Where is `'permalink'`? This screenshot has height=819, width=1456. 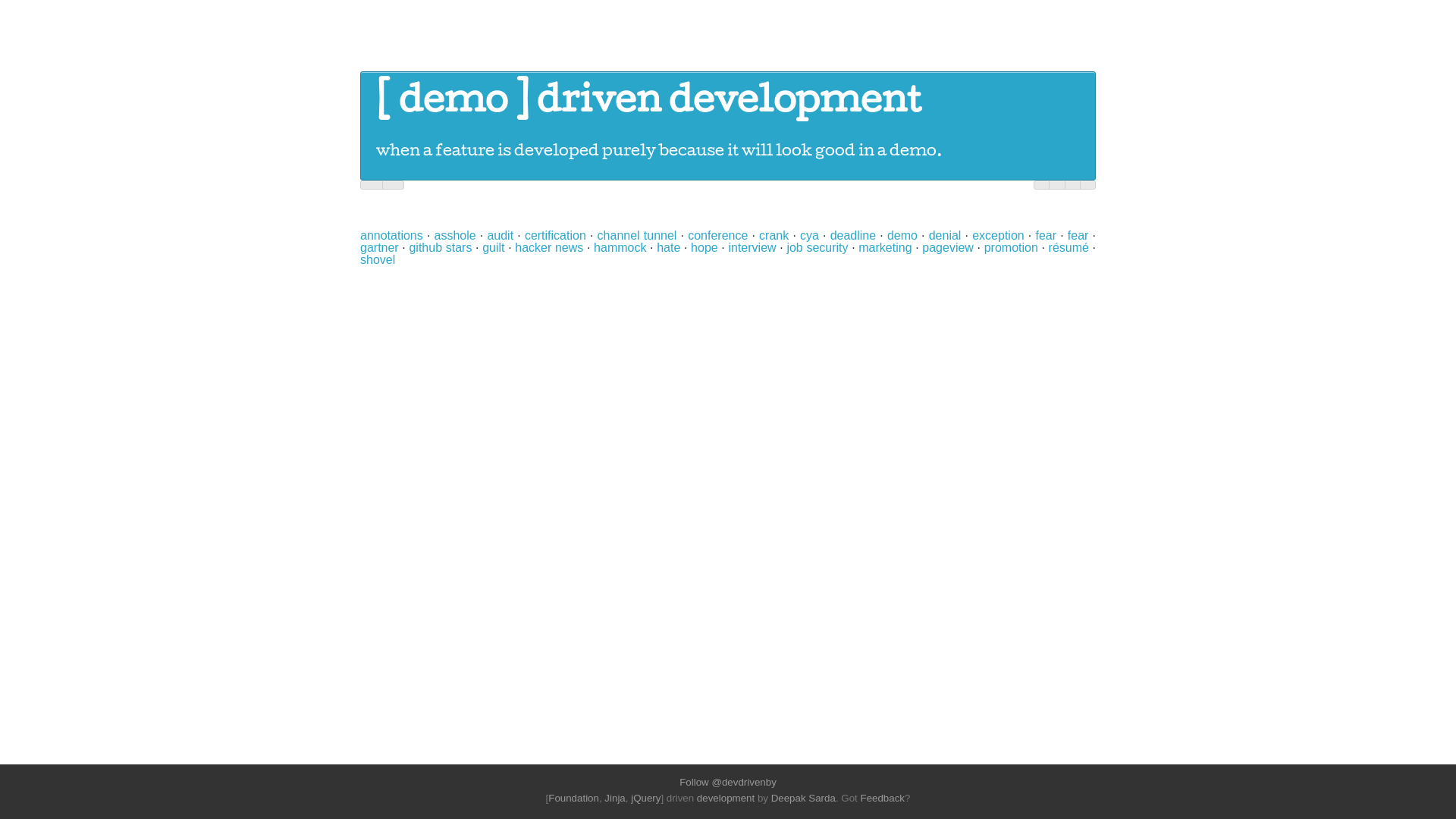
'permalink' is located at coordinates (1072, 184).